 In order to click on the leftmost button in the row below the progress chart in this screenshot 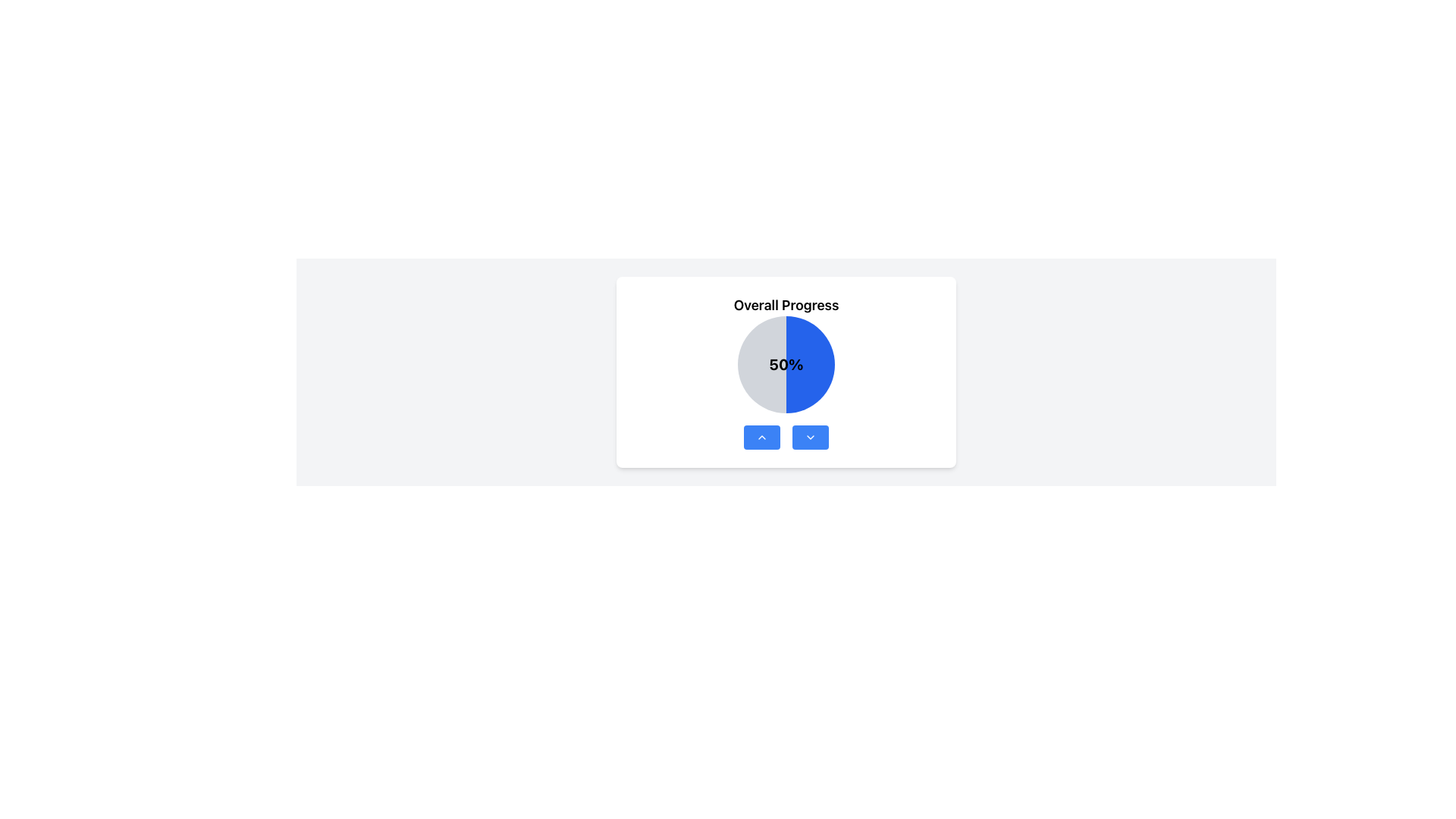, I will do `click(761, 438)`.